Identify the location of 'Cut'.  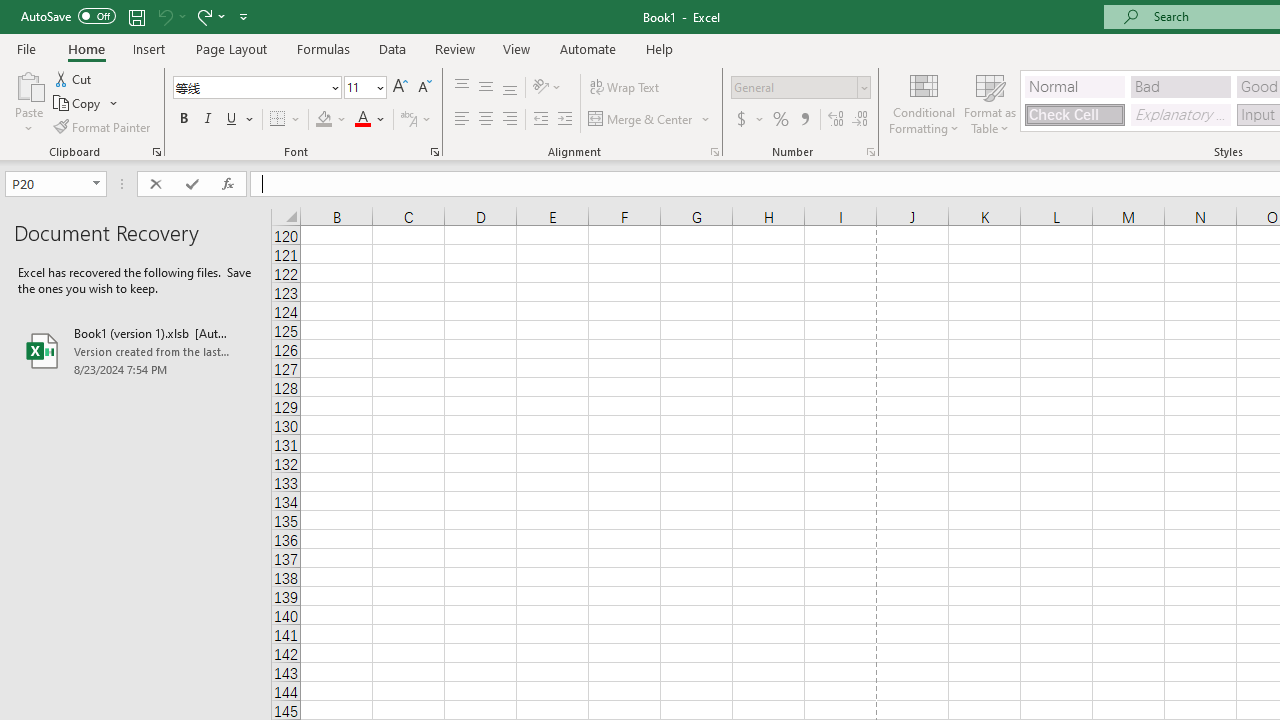
(74, 78).